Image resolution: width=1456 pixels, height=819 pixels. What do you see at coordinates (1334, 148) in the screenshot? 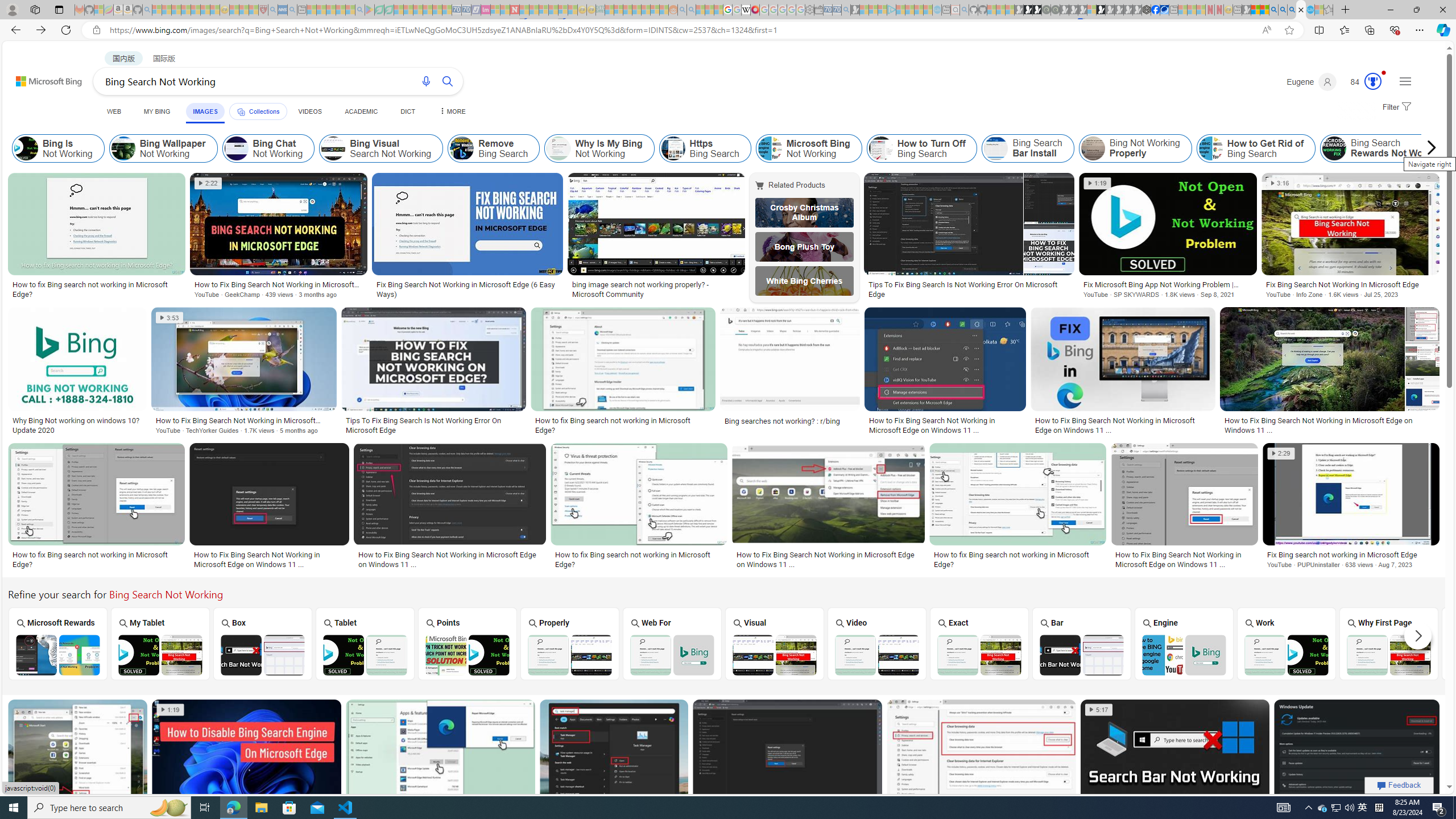
I see `'Bing Search Rewards Not Working'` at bounding box center [1334, 148].